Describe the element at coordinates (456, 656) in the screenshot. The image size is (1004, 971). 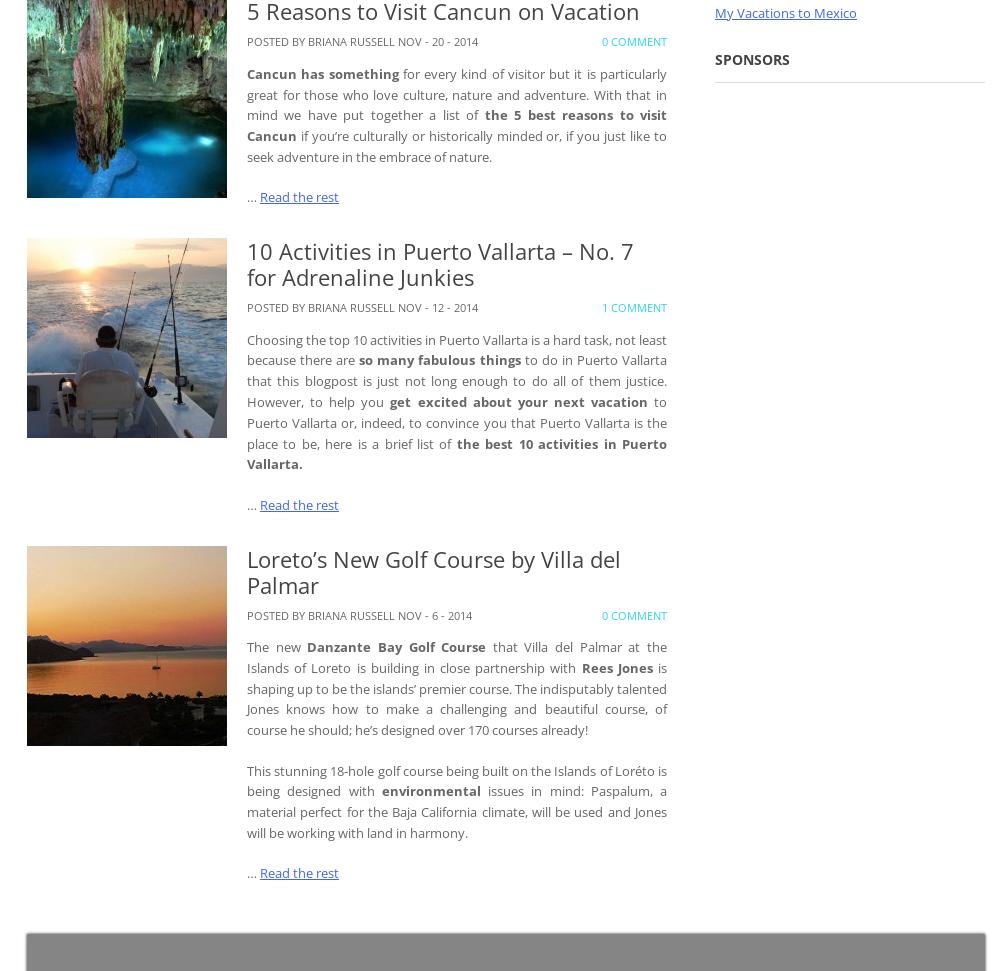
I see `'that Villa del Palmar at the Islands of Loreto is building in close partnership with'` at that location.